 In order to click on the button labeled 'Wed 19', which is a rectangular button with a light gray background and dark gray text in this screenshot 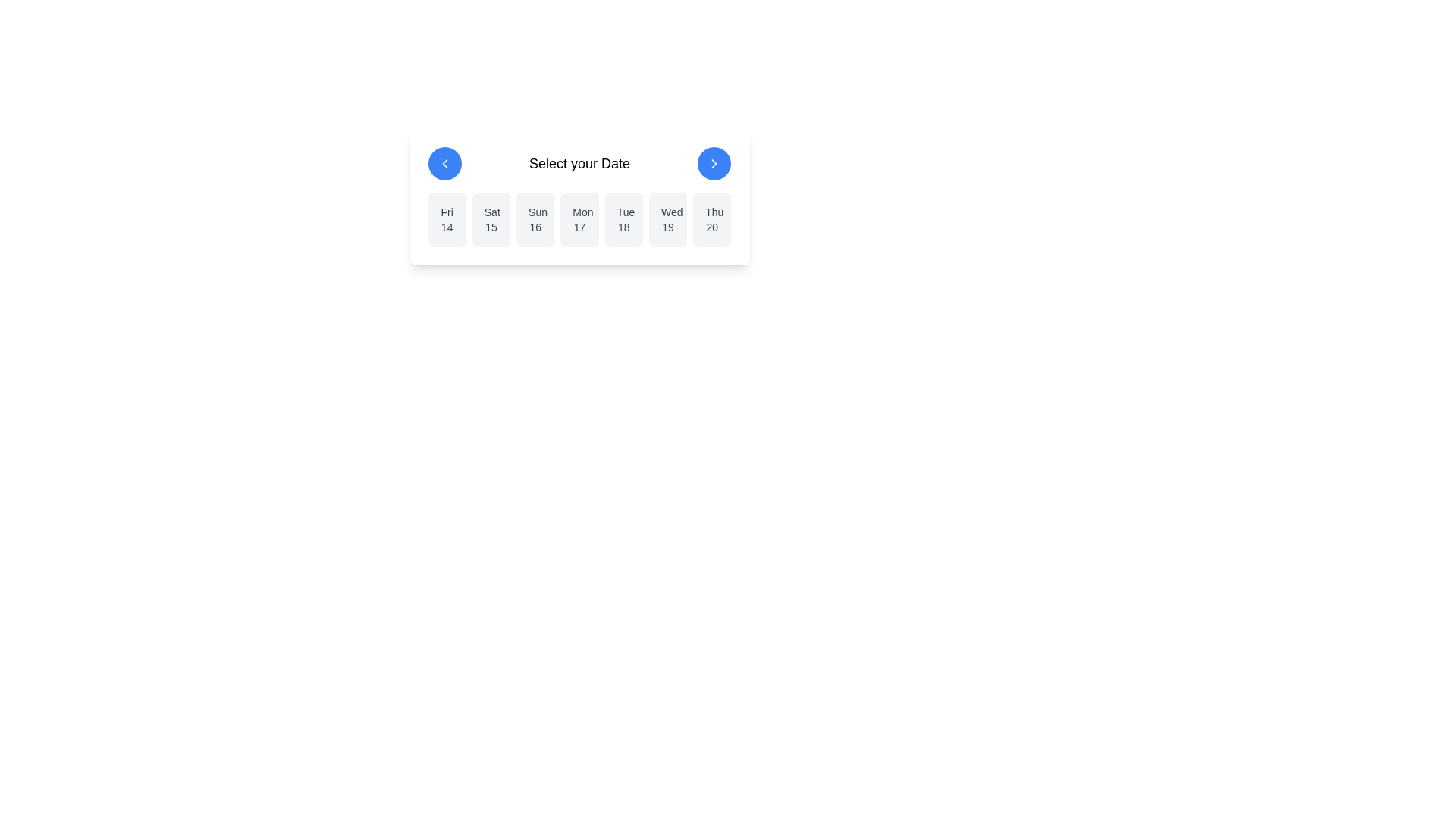, I will do `click(667, 219)`.